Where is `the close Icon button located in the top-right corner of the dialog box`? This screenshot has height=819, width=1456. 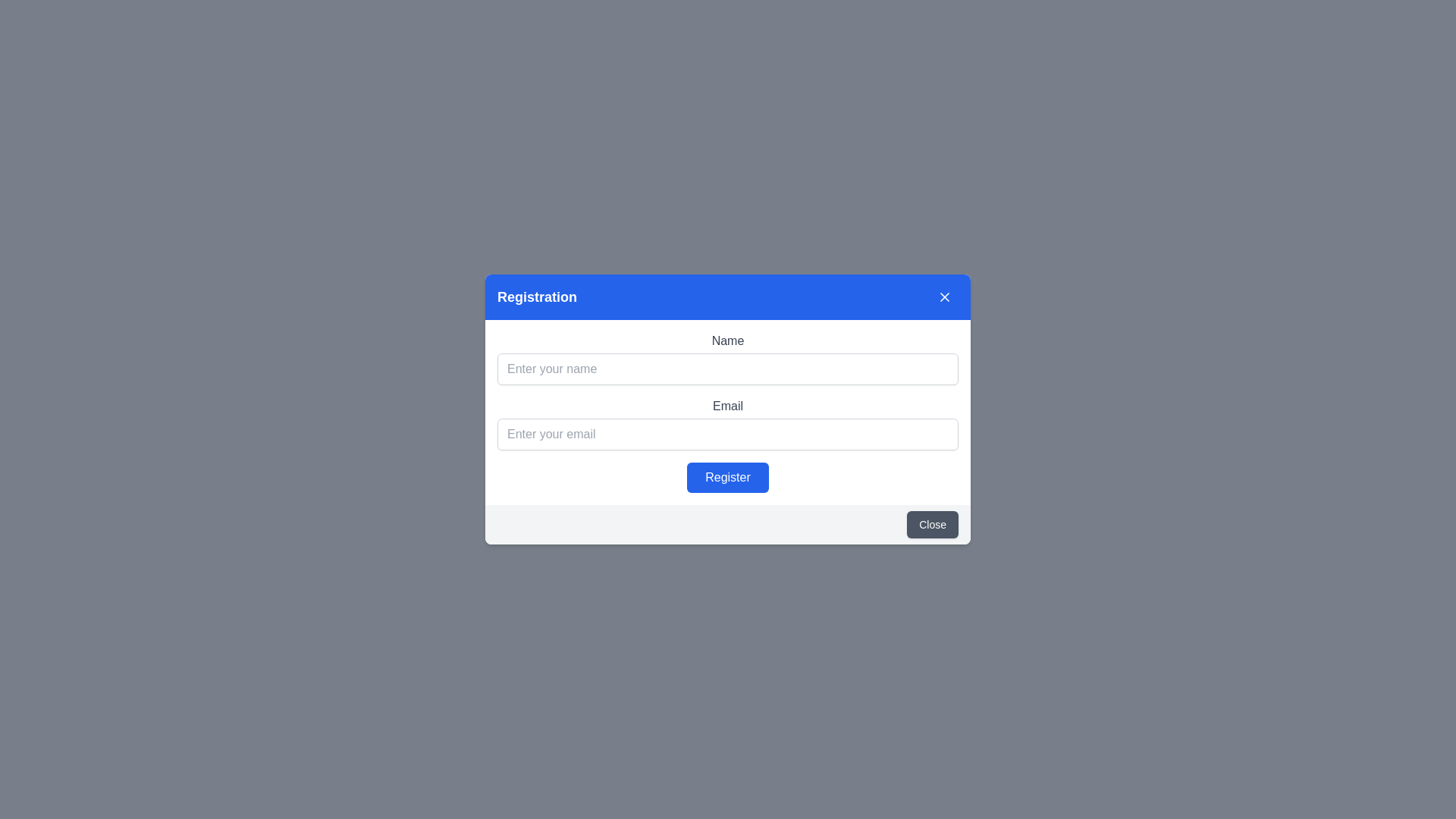 the close Icon button located in the top-right corner of the dialog box is located at coordinates (943, 297).